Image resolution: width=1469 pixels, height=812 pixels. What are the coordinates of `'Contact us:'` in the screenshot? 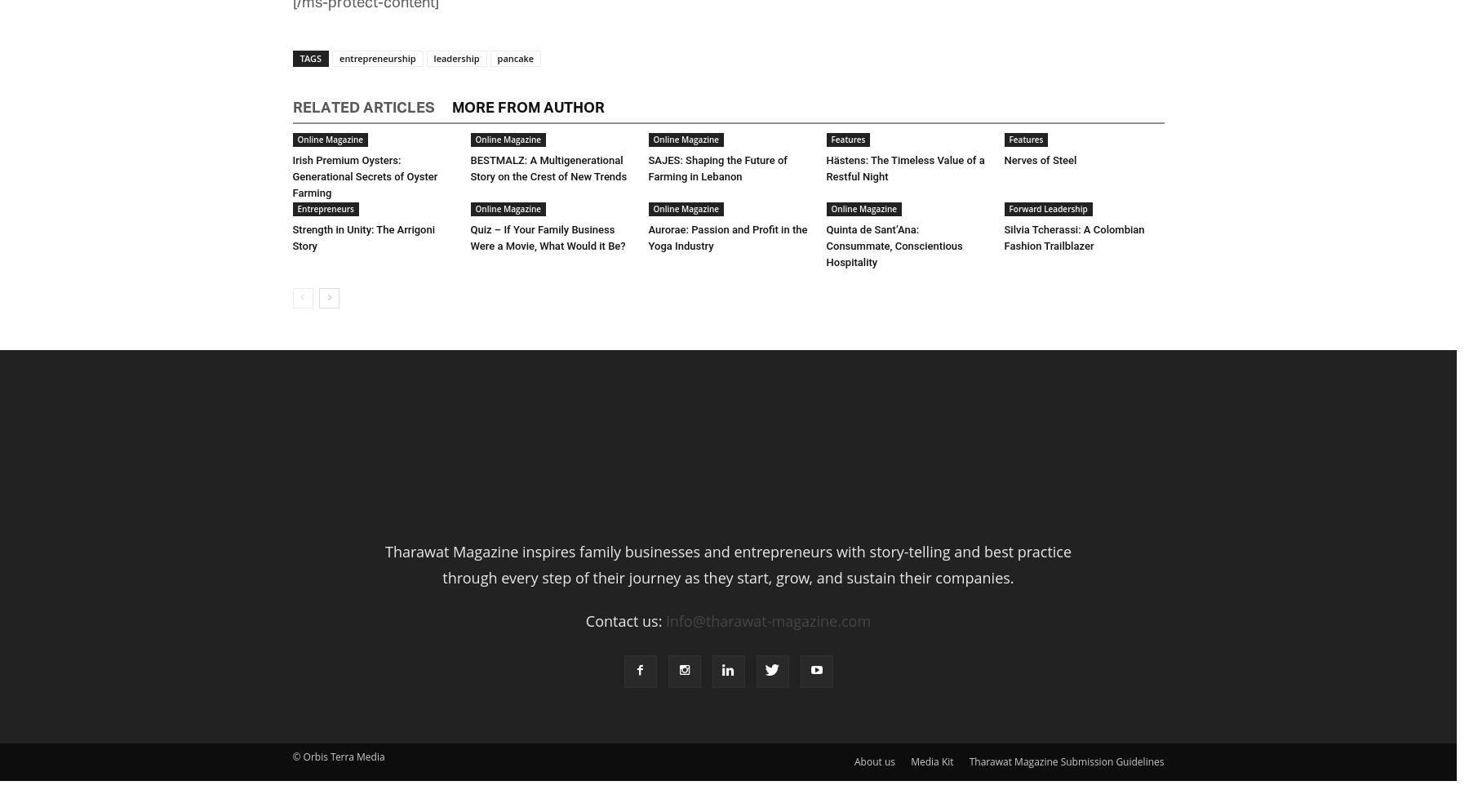 It's located at (624, 619).